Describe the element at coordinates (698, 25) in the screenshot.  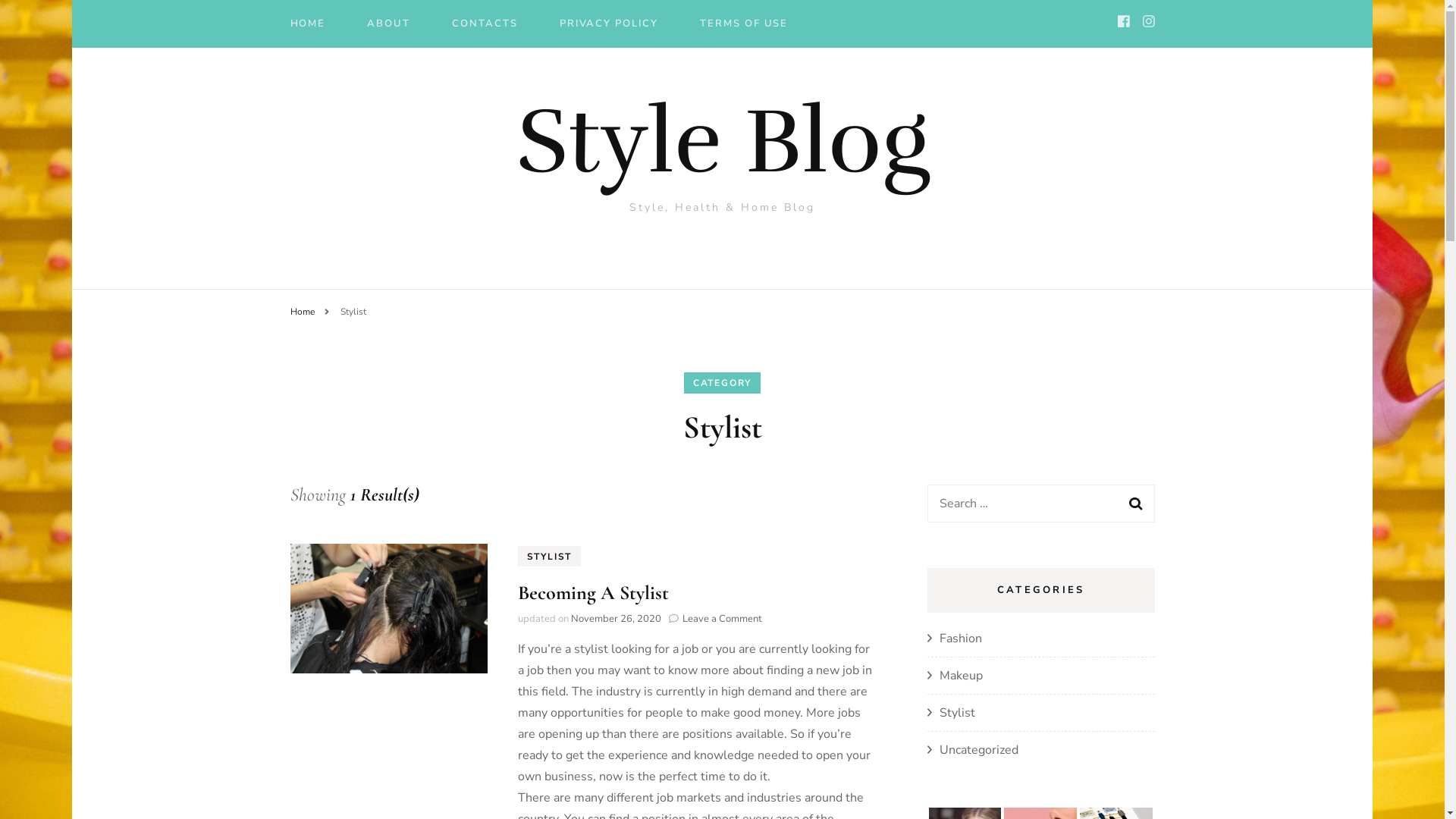
I see `'TERMS OF USE'` at that location.